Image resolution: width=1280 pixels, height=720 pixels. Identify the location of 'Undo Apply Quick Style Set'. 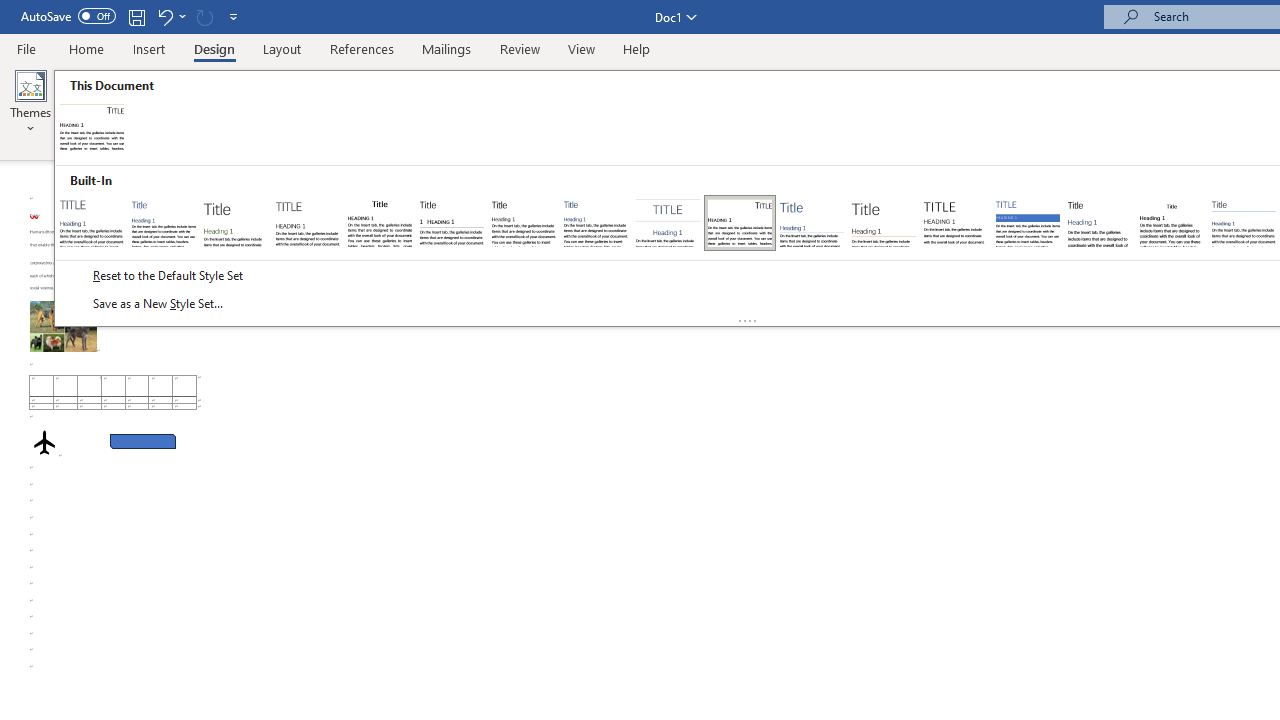
(164, 16).